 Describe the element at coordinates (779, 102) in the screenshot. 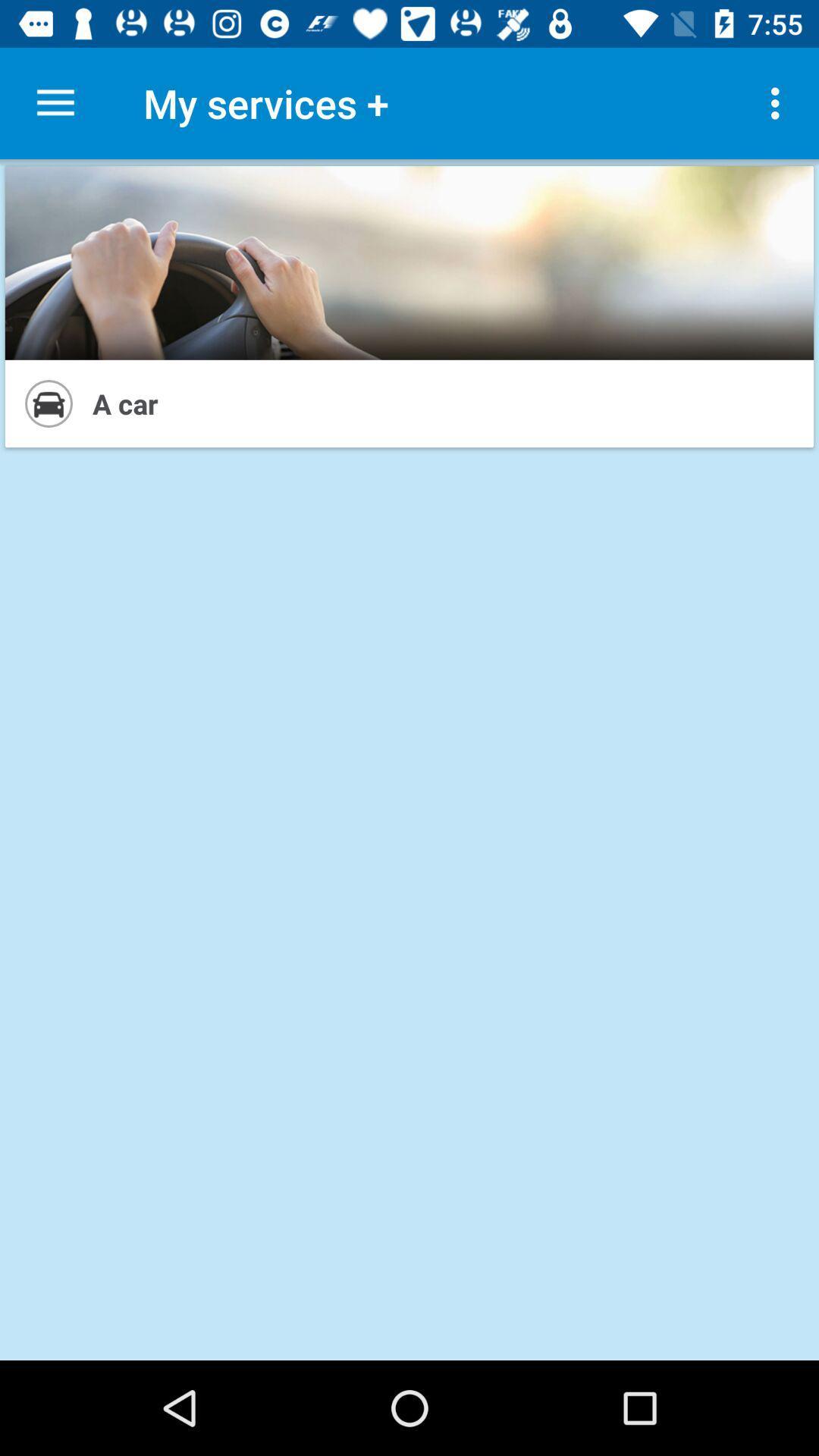

I see `item to the right of the my services + item` at that location.